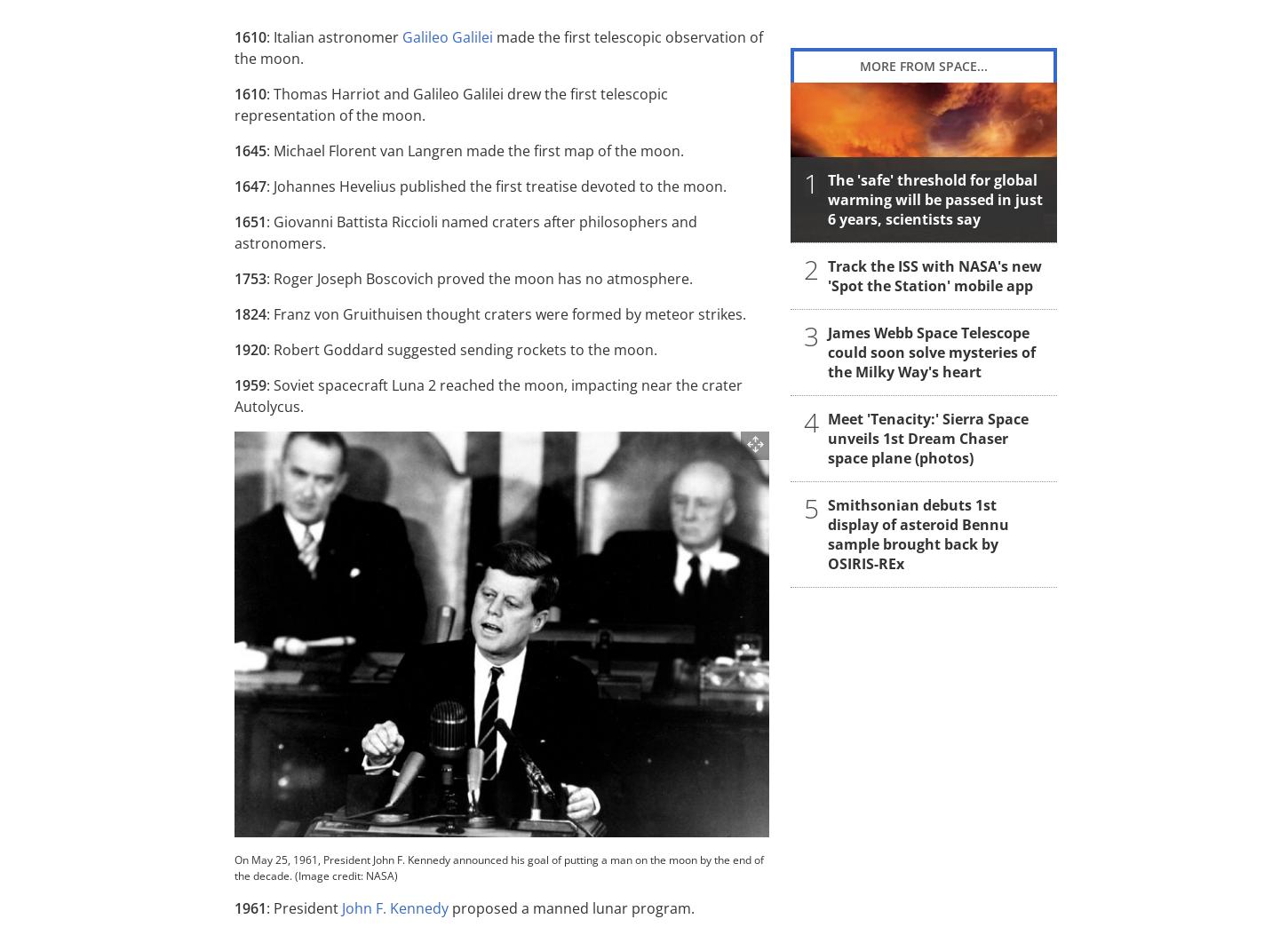 The image size is (1288, 927). What do you see at coordinates (266, 36) in the screenshot?
I see `': Italian astronomer'` at bounding box center [266, 36].